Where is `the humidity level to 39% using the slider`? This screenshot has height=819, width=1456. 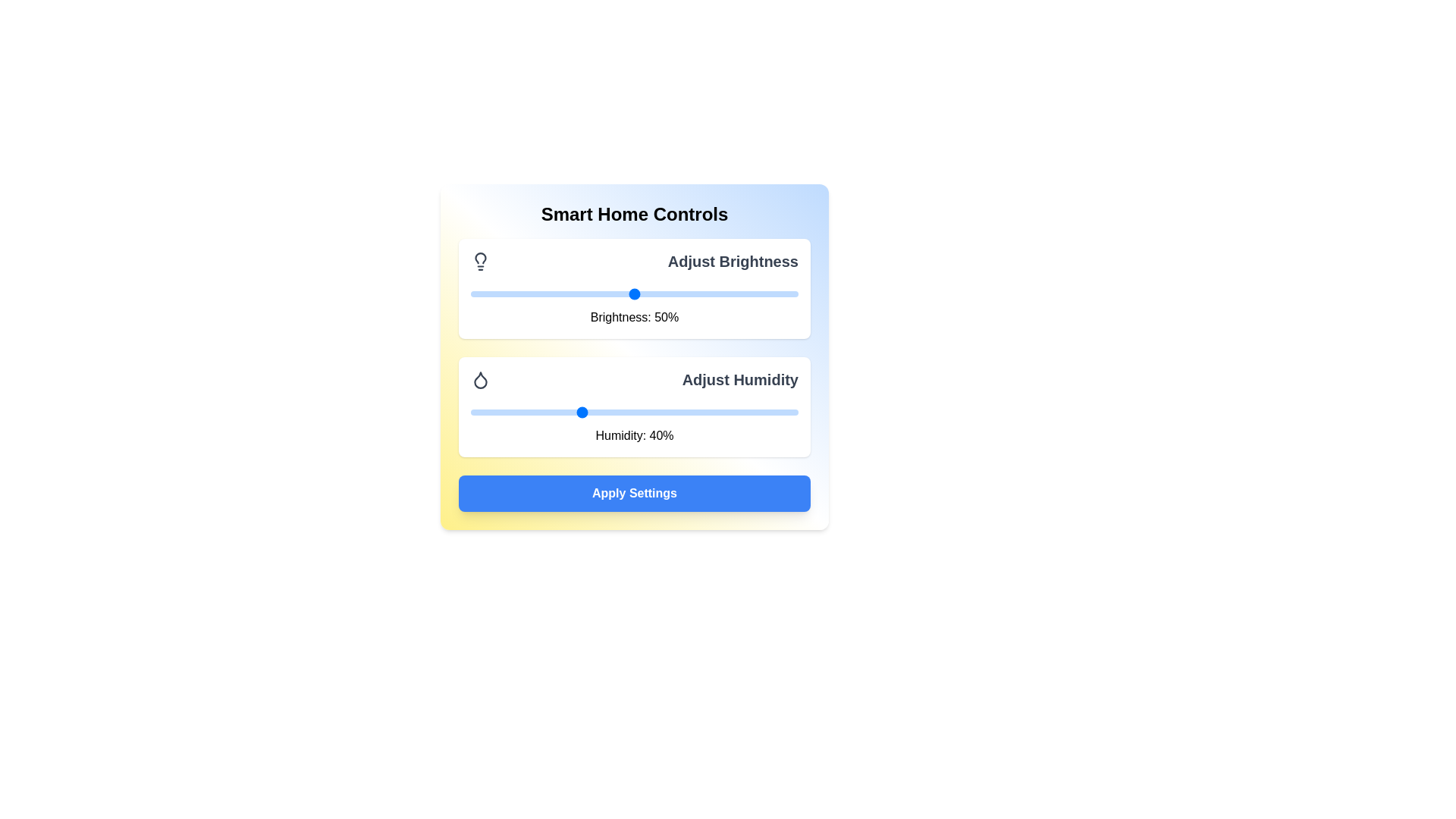
the humidity level to 39% using the slider is located at coordinates (573, 412).